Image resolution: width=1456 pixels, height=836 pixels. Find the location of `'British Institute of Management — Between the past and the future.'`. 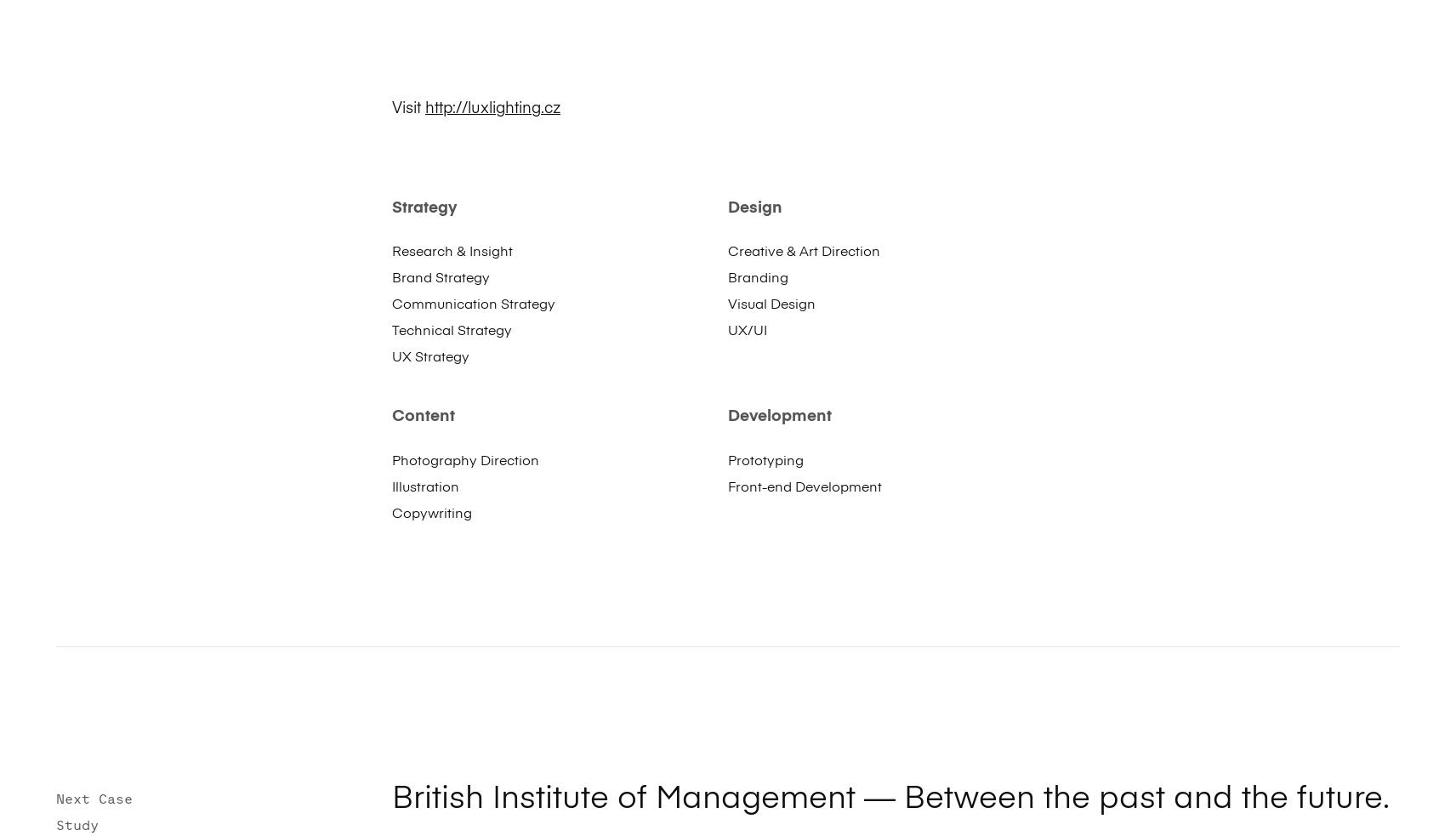

'British Institute of Management — Between the past and the future.' is located at coordinates (889, 799).